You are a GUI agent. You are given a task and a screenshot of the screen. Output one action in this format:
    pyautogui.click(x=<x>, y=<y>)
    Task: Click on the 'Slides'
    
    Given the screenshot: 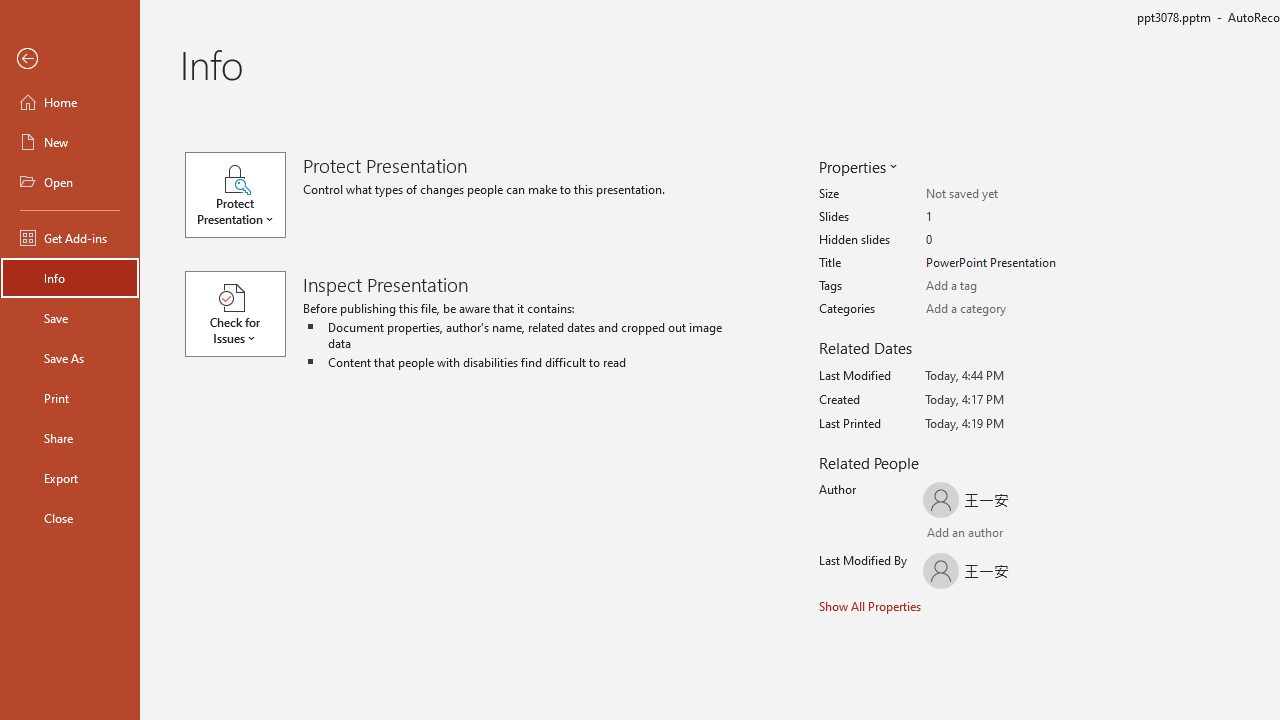 What is the action you would take?
    pyautogui.click(x=1004, y=217)
    